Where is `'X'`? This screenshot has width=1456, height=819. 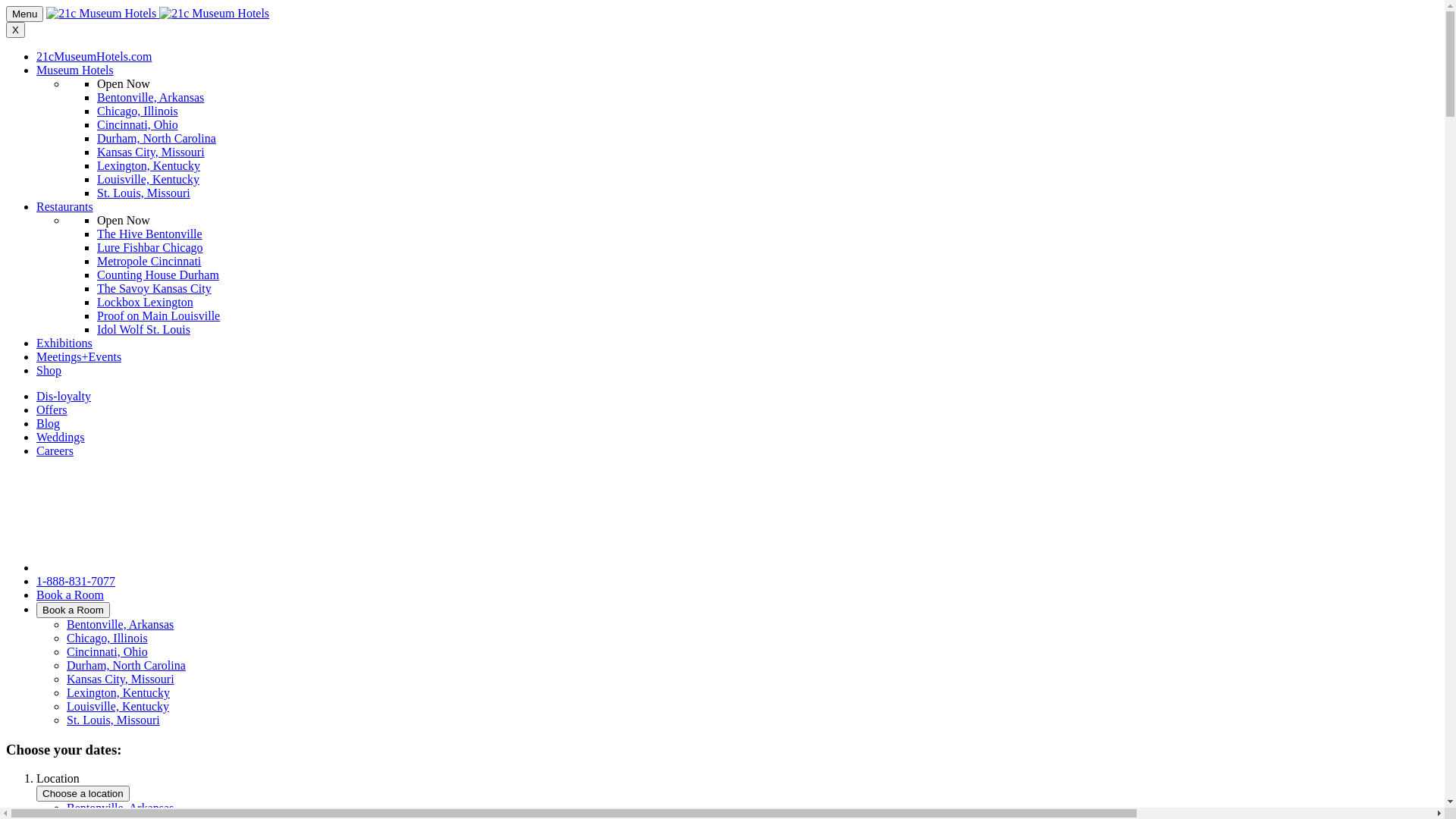 'X' is located at coordinates (6, 30).